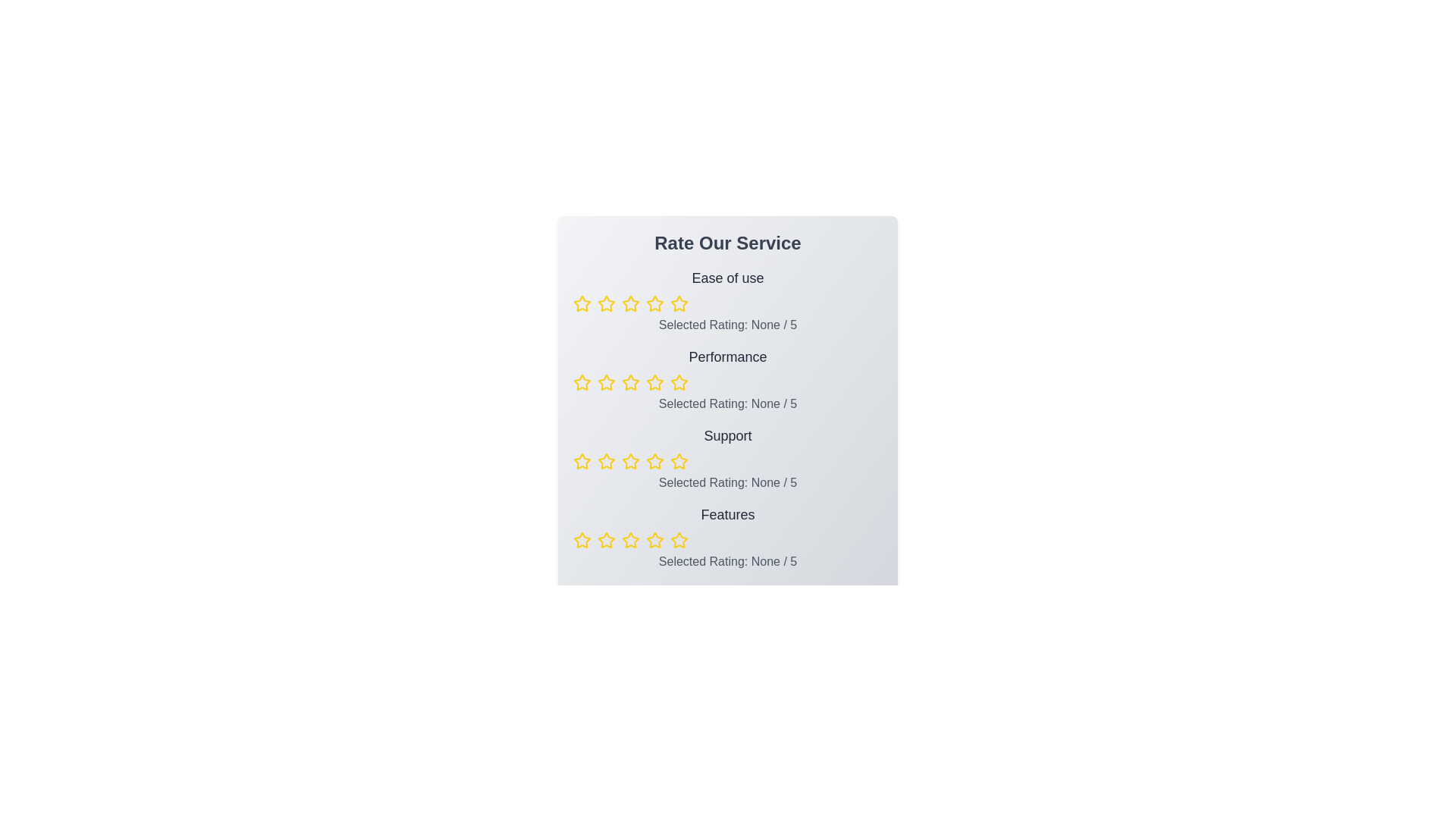 The height and width of the screenshot is (819, 1456). What do you see at coordinates (655, 304) in the screenshot?
I see `the rating for a category to 4 stars` at bounding box center [655, 304].